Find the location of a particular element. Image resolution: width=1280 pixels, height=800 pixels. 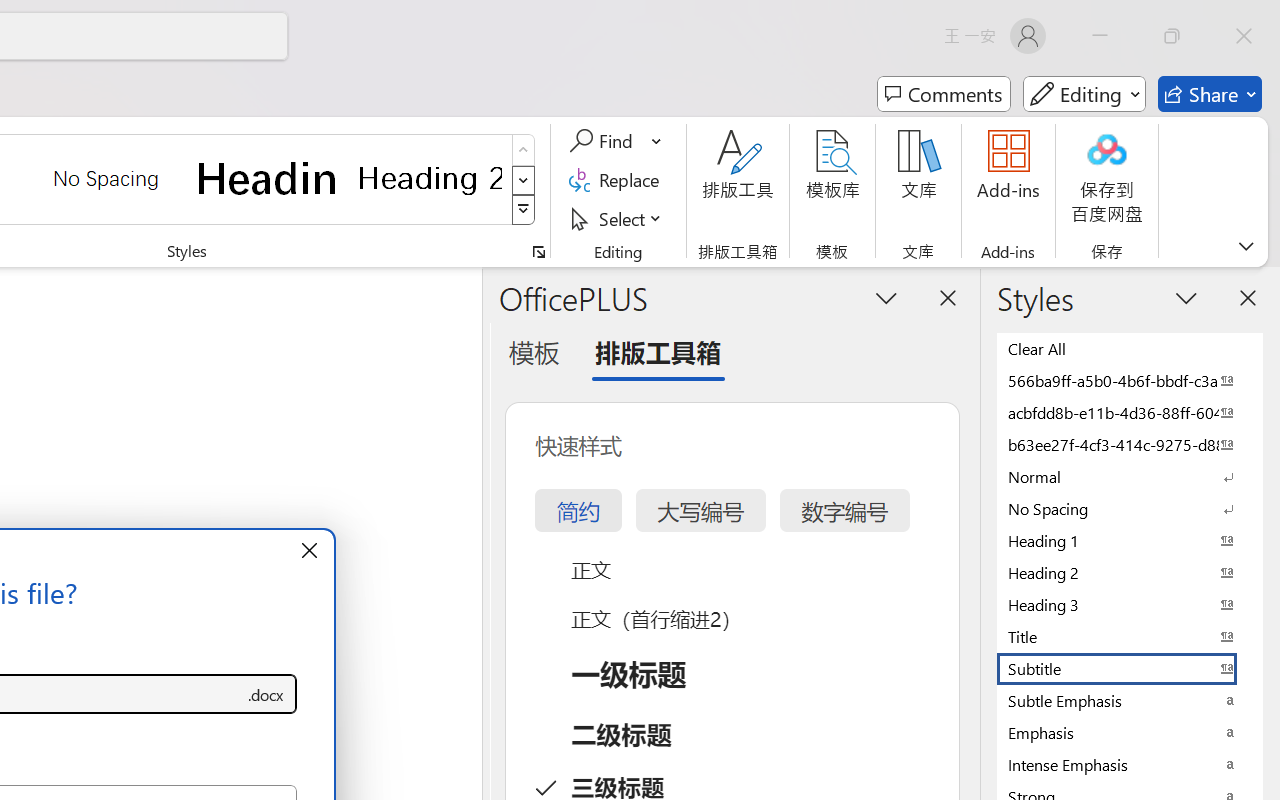

'Select' is located at coordinates (617, 218).